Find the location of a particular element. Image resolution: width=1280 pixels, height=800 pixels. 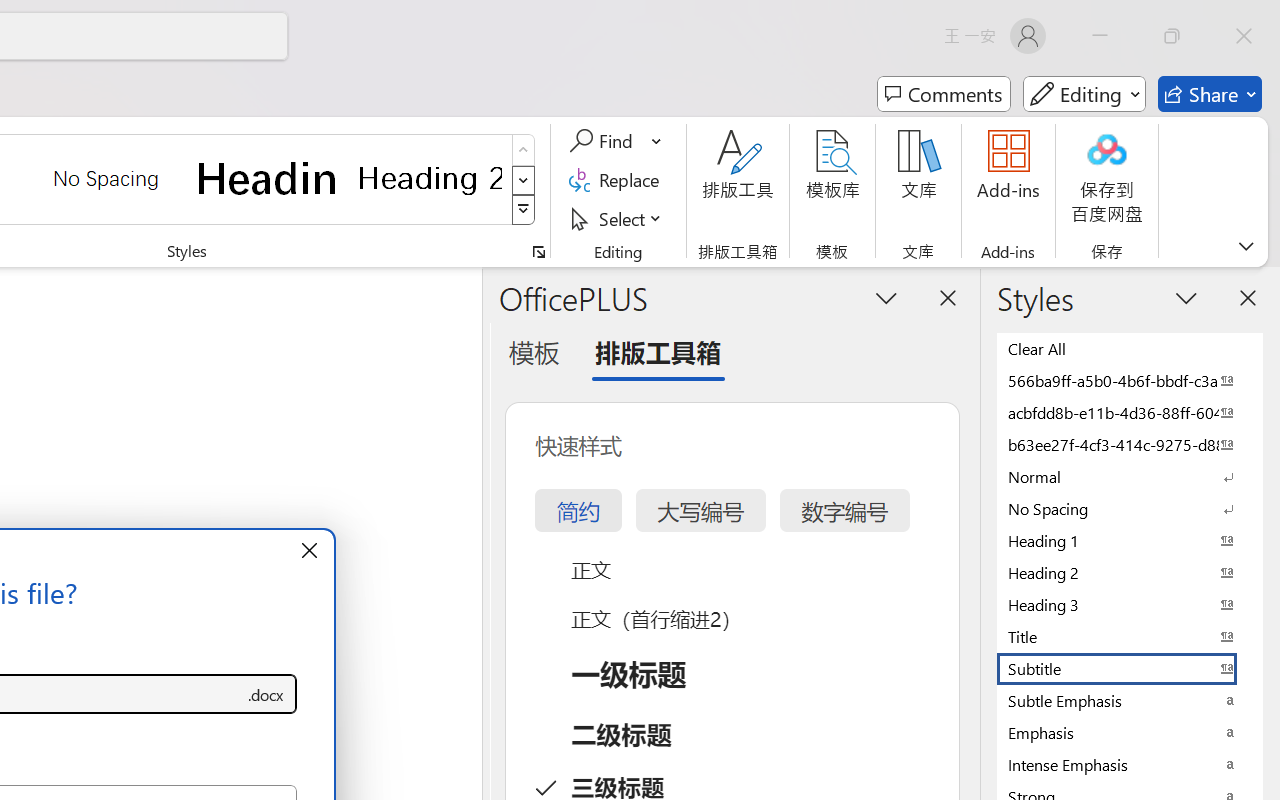

'Select' is located at coordinates (617, 218).